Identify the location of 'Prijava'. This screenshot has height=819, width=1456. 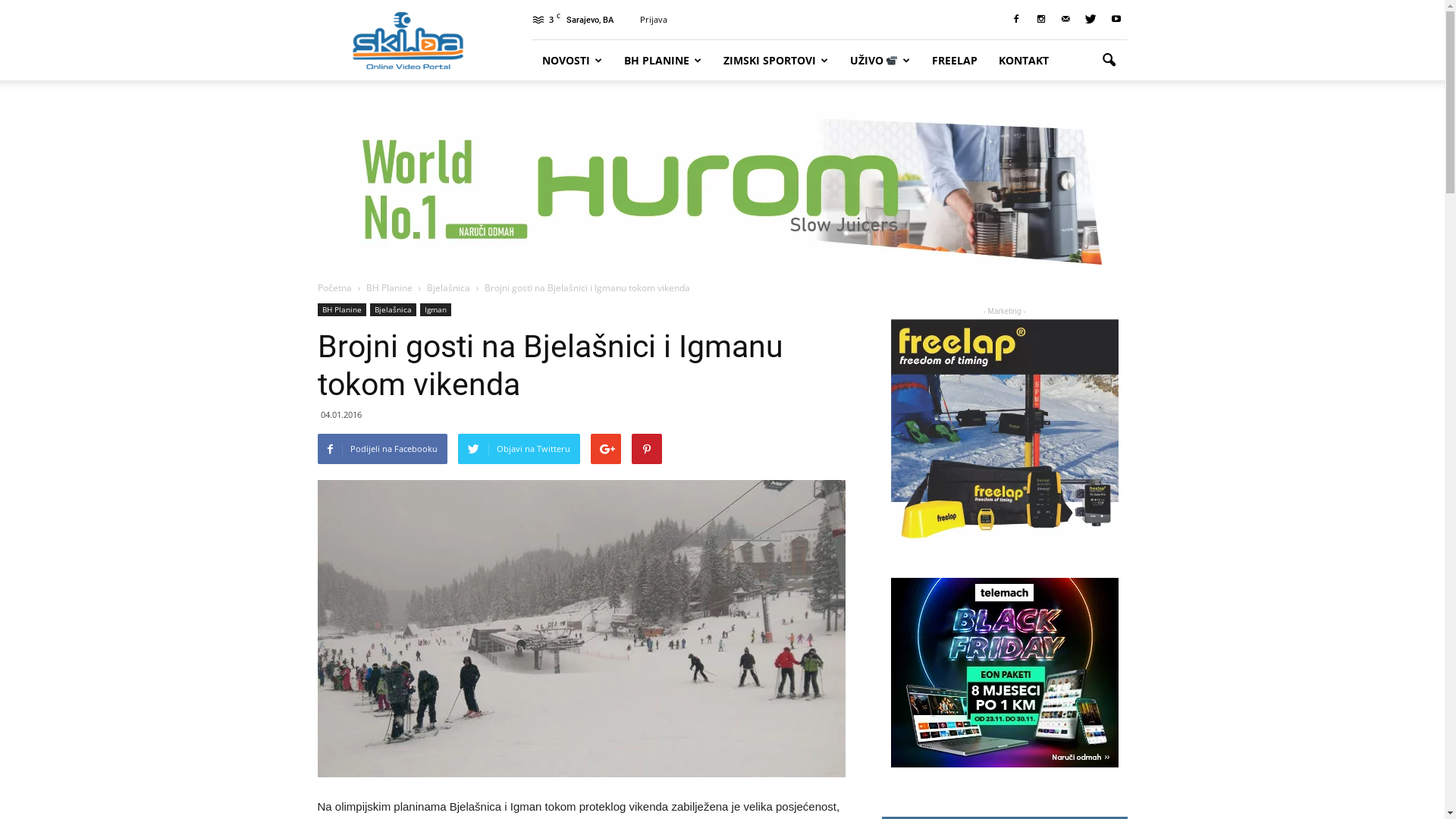
(654, 19).